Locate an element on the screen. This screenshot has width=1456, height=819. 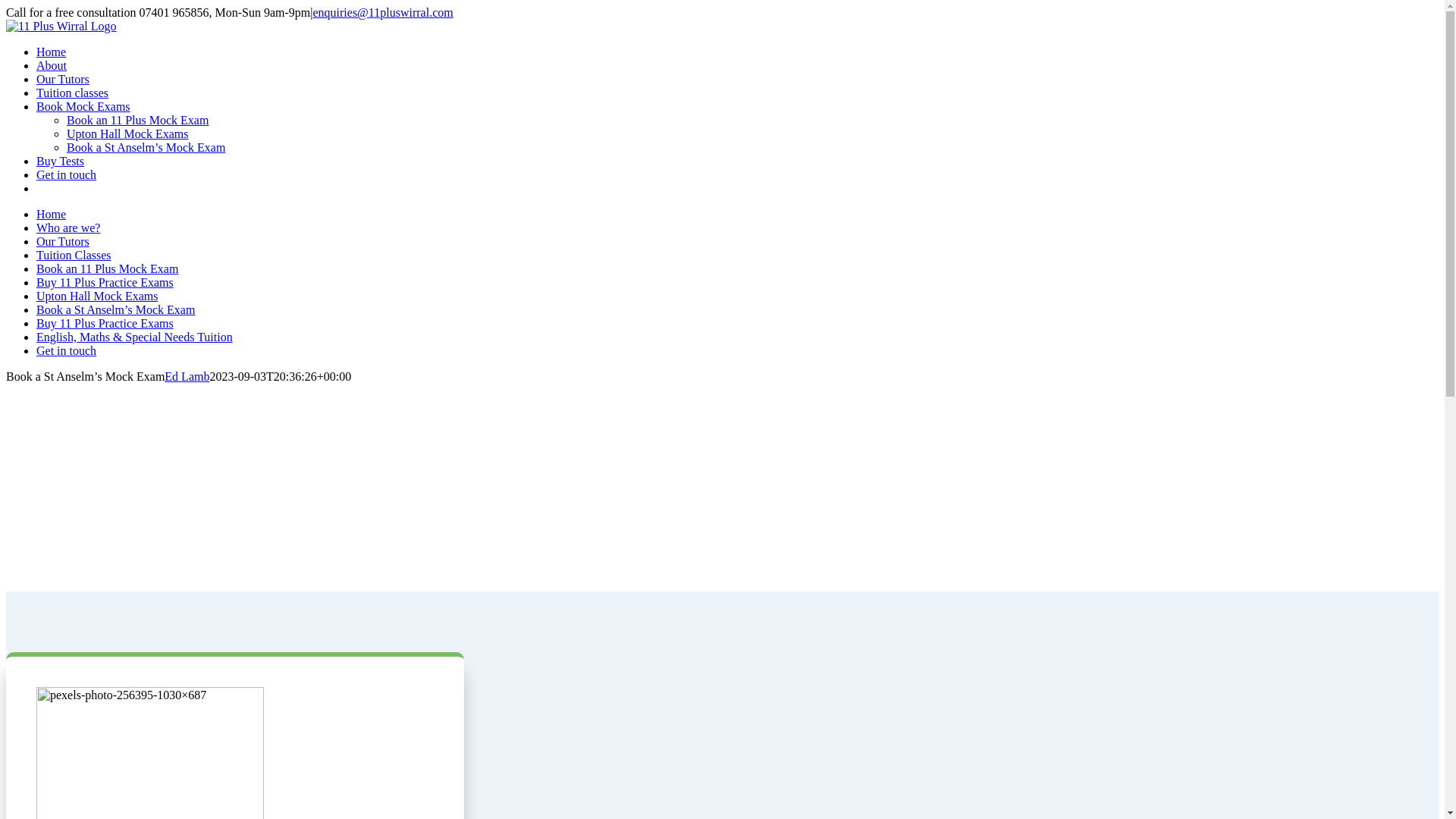
'Upton Hall Mock Exams' is located at coordinates (127, 133).